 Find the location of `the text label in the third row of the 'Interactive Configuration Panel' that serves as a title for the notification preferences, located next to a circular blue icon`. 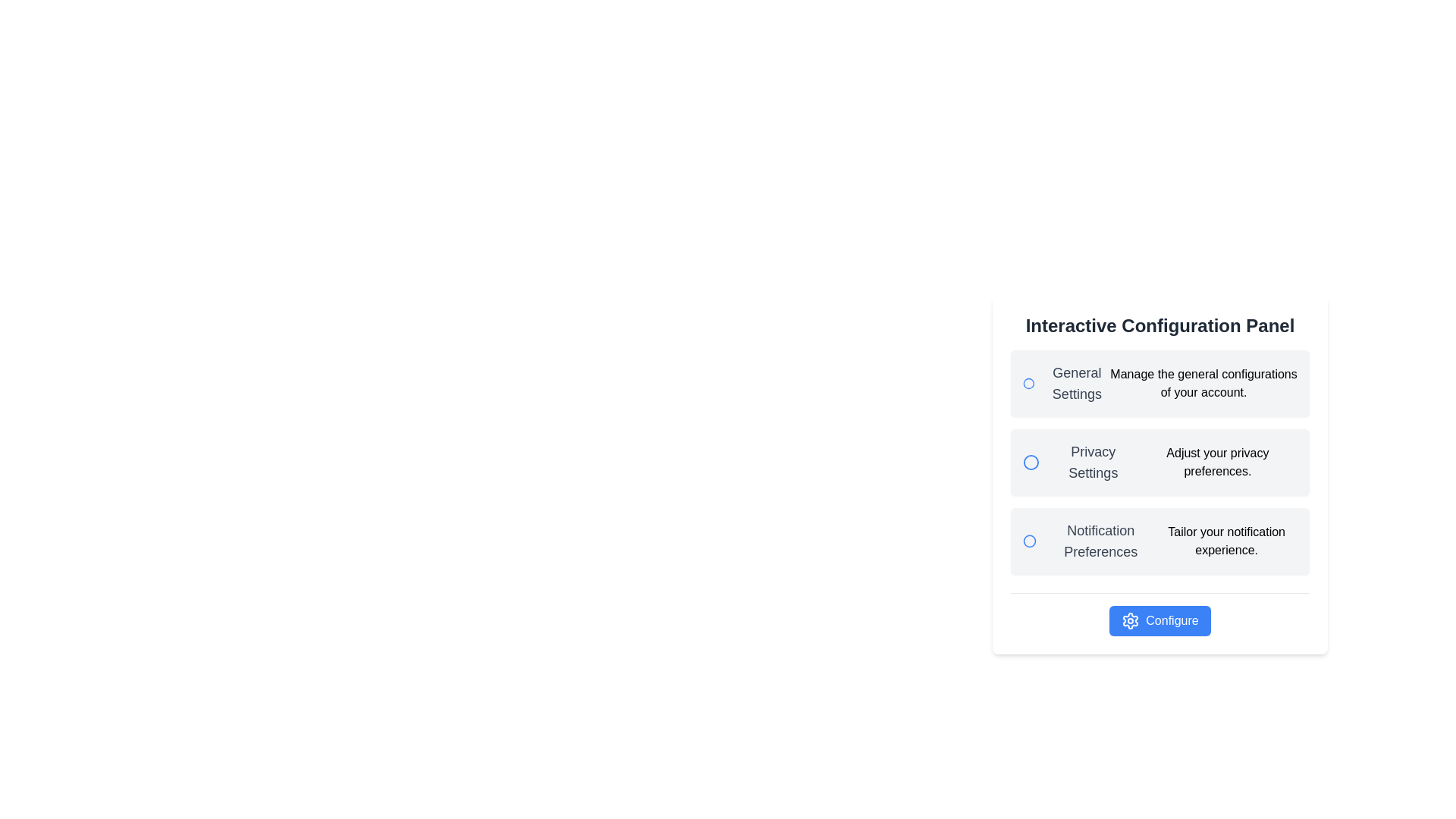

the text label in the third row of the 'Interactive Configuration Panel' that serves as a title for the notification preferences, located next to a circular blue icon is located at coordinates (1088, 540).